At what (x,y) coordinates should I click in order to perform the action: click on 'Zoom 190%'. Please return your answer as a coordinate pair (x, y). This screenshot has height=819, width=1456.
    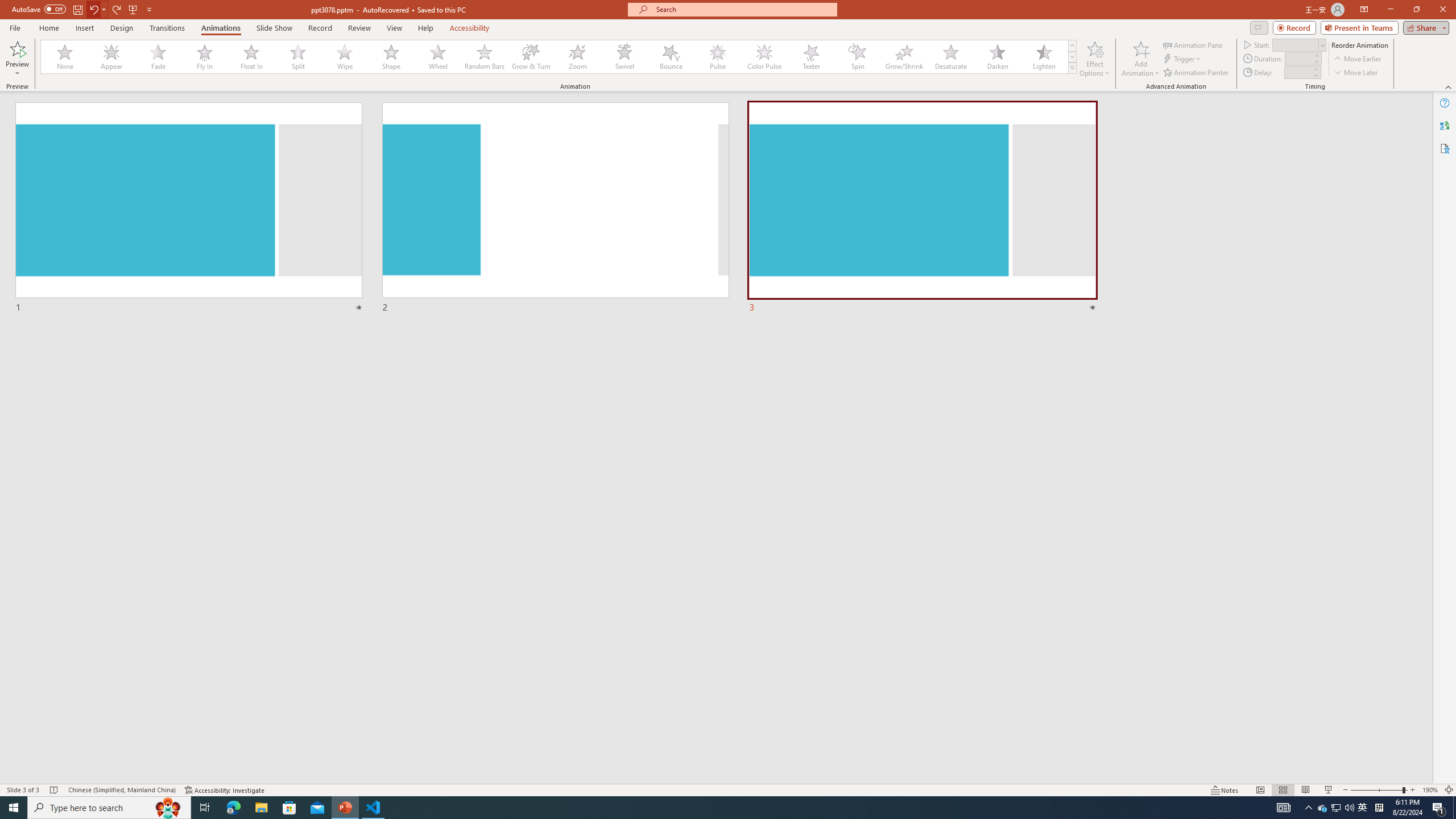
    Looking at the image, I should click on (1430, 790).